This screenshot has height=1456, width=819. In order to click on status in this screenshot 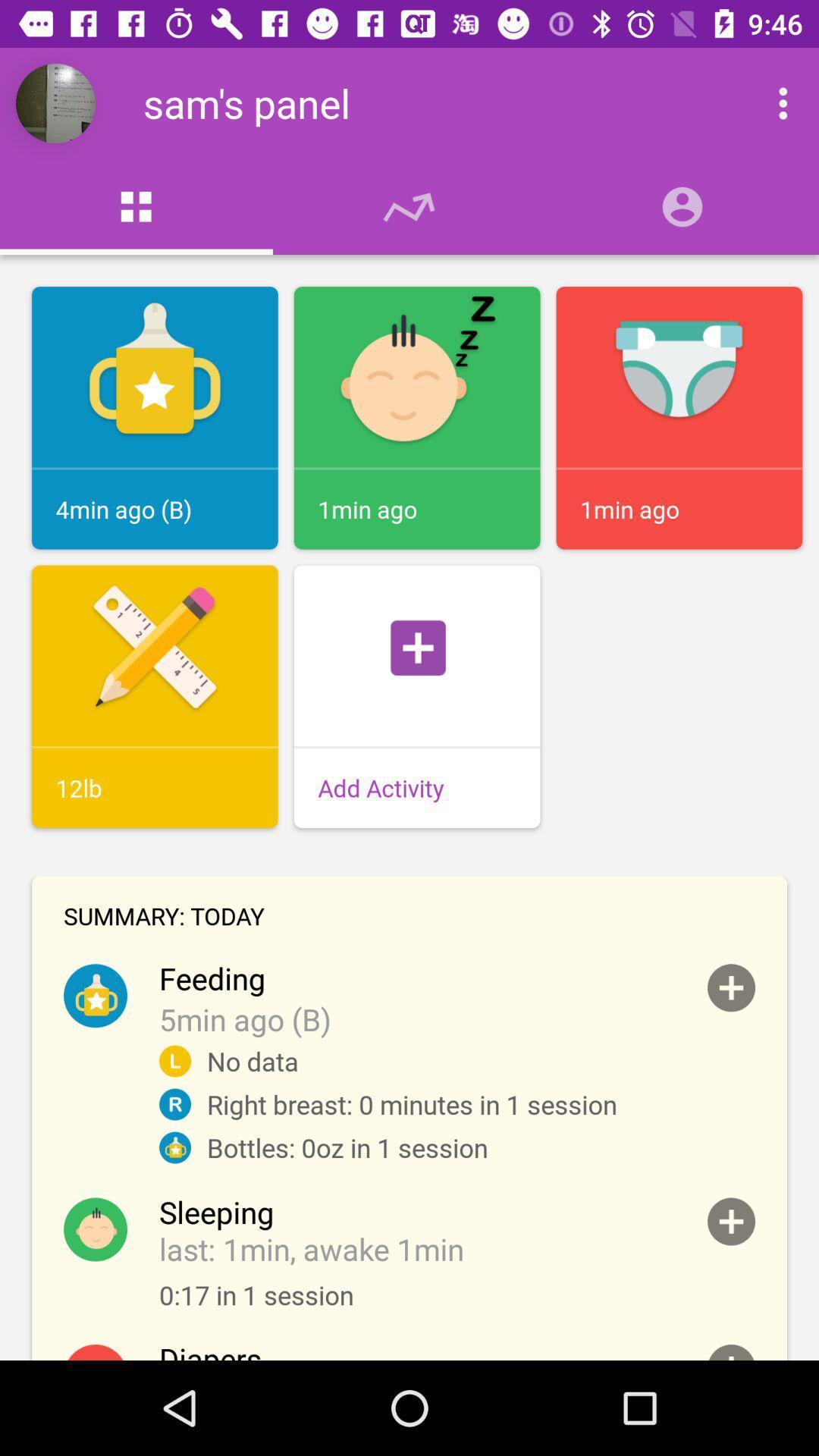, I will do `click(730, 1352)`.